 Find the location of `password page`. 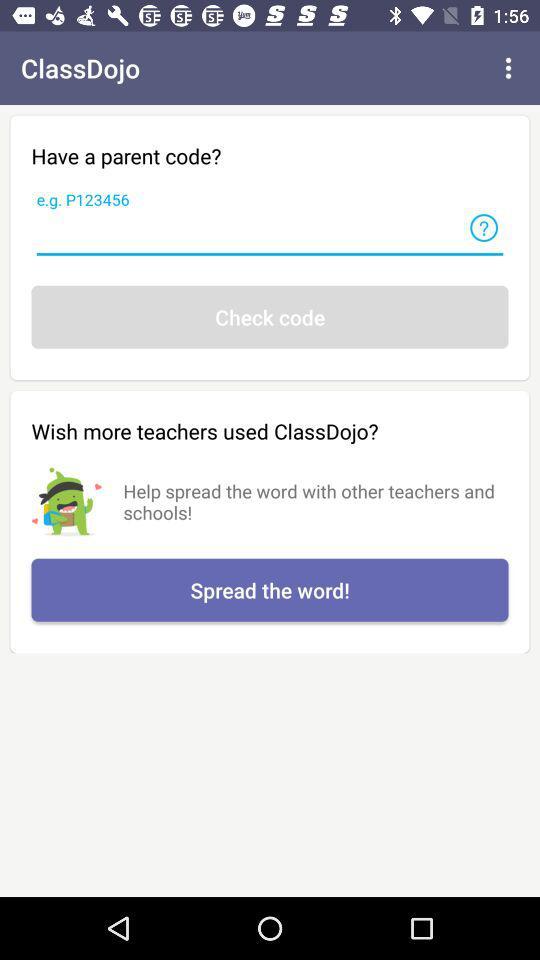

password page is located at coordinates (270, 235).